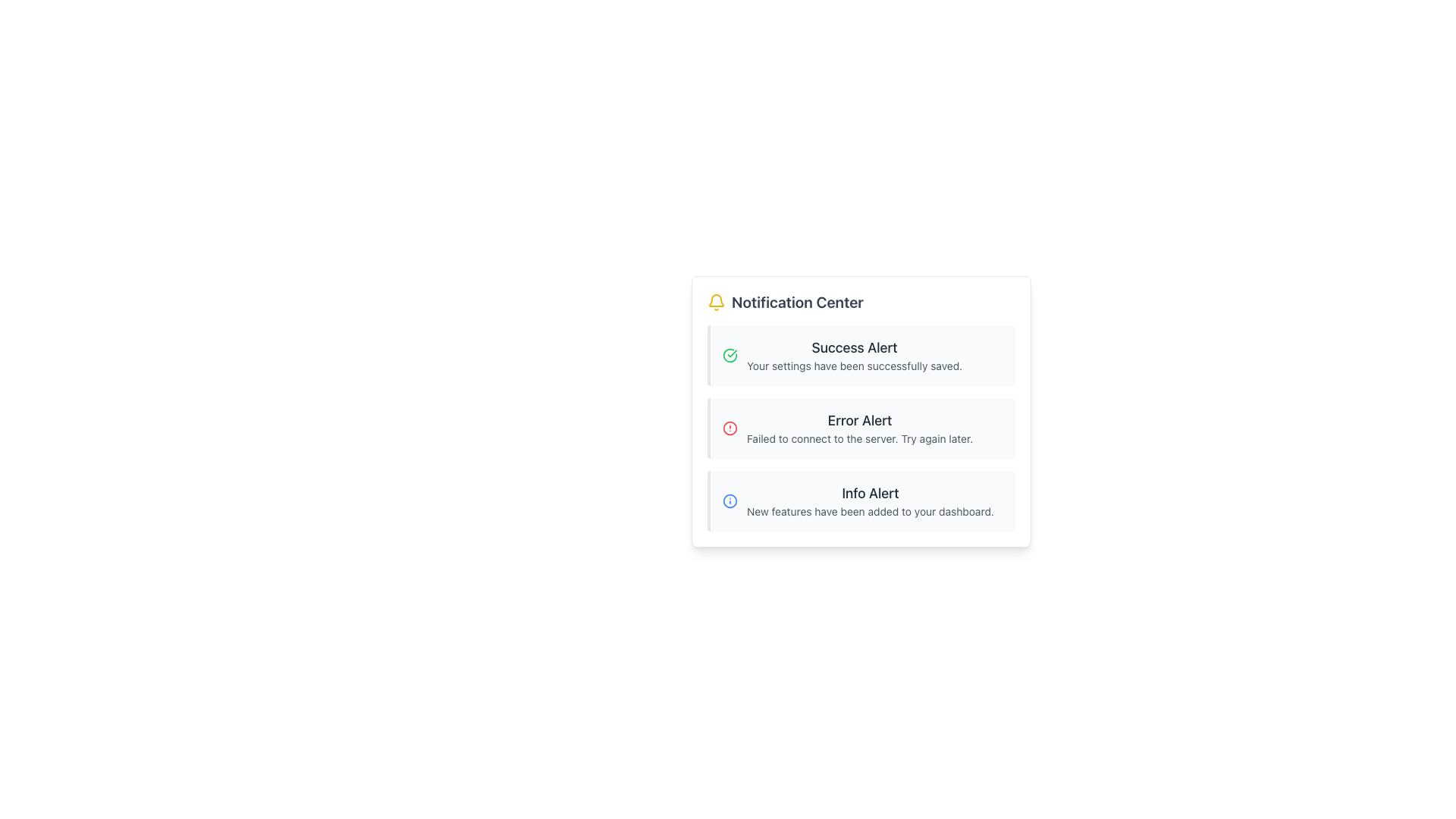 Image resolution: width=1456 pixels, height=819 pixels. What do you see at coordinates (730, 500) in the screenshot?
I see `the 'Info' icon, which is a blue circular outline with a central dot, located in the notification card labeled 'Info Alert' at the bottom of the 'Notification Center'` at bounding box center [730, 500].